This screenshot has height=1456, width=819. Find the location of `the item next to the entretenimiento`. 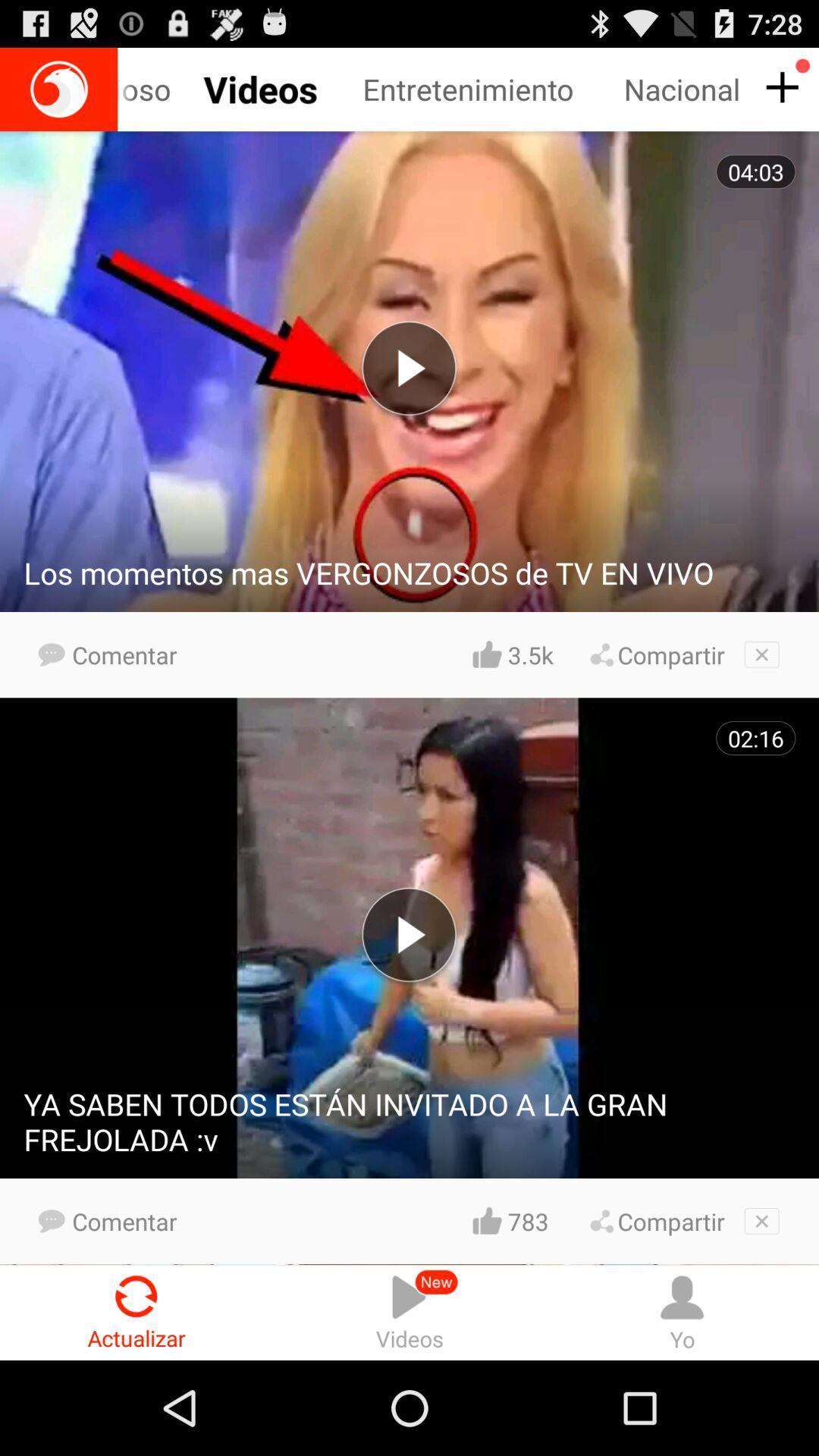

the item next to the entretenimiento is located at coordinates (169, 89).